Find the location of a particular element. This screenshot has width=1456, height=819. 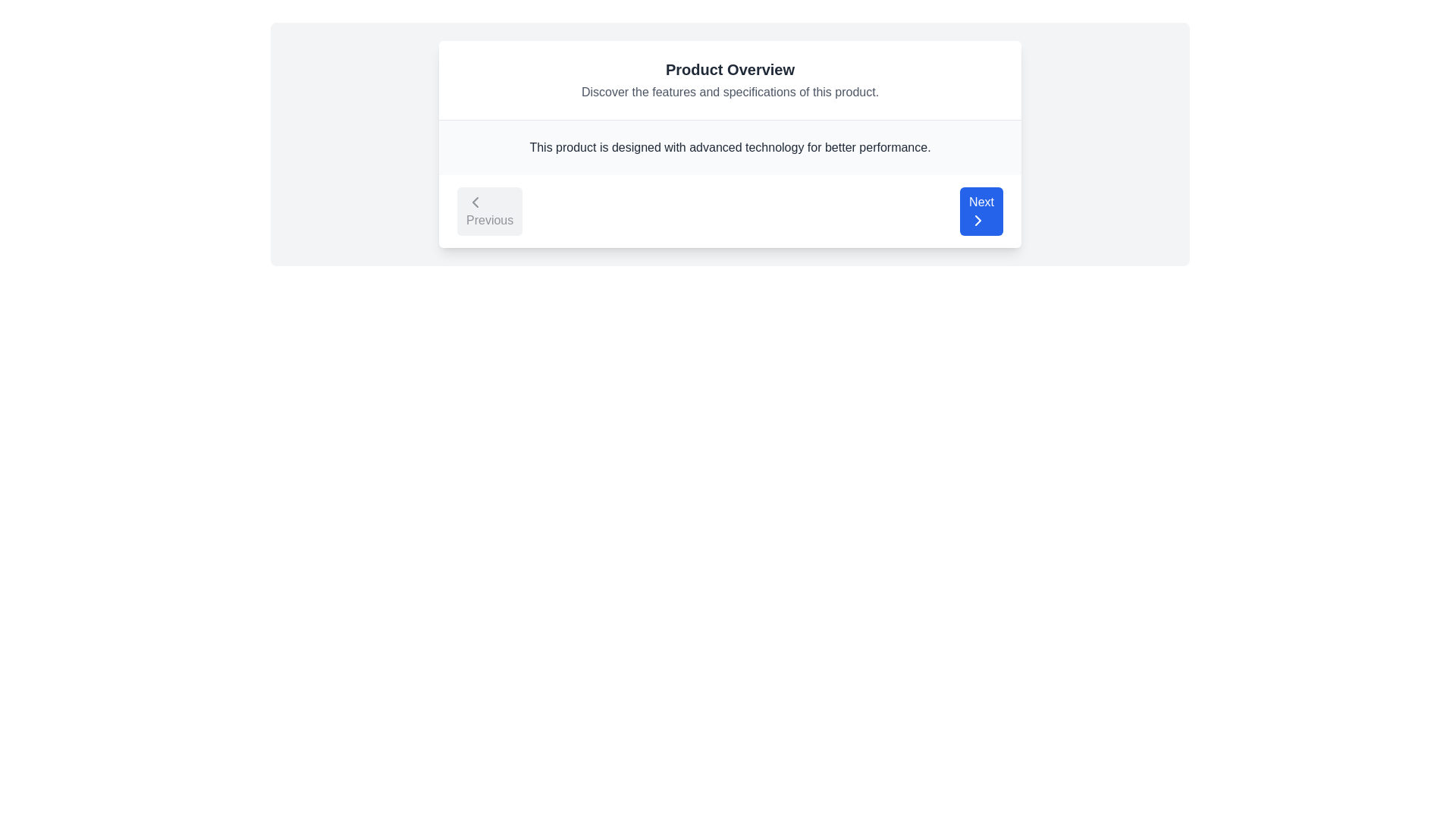

the static text block that provides information about the product's features and technology, located below the 'Product Overview' header is located at coordinates (730, 148).